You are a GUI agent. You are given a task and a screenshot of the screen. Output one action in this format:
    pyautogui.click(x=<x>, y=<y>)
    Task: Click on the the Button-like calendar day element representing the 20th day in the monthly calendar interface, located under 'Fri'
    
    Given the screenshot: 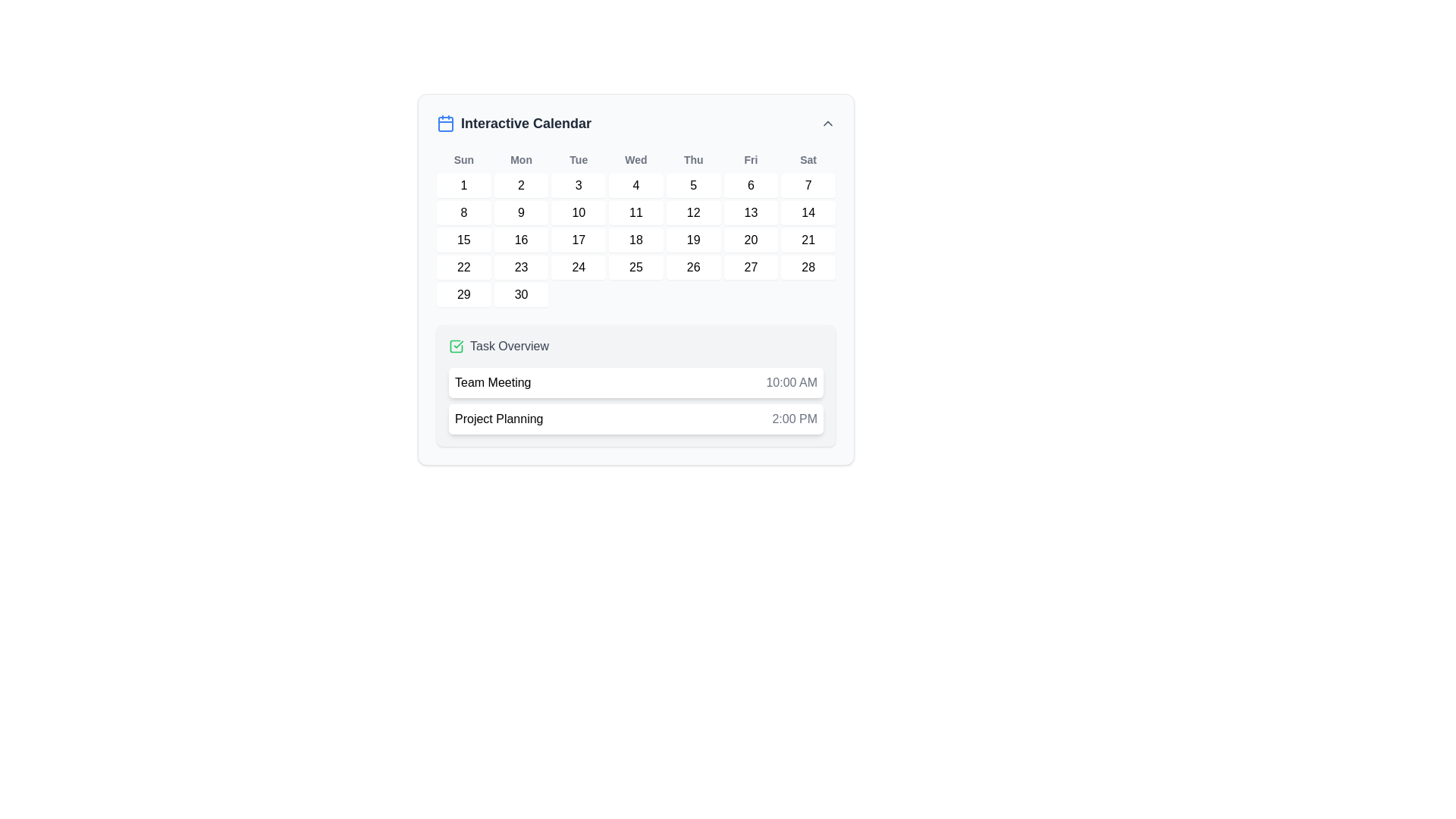 What is the action you would take?
    pyautogui.click(x=751, y=239)
    